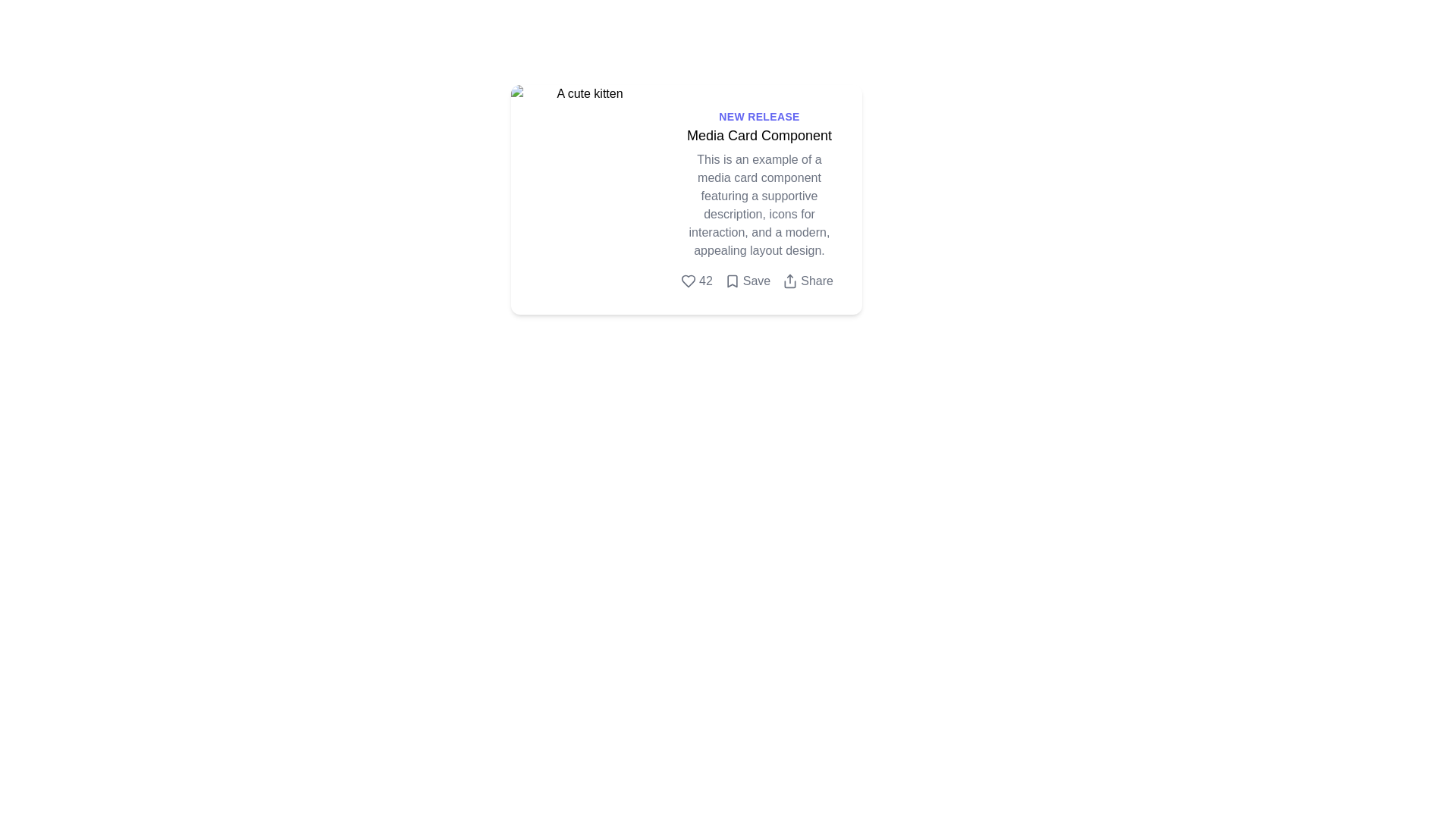 The width and height of the screenshot is (1456, 819). Describe the element at coordinates (757, 281) in the screenshot. I see `text label displaying 'Save' in gray font, which is part of a button-like UI component located to the right of a bookmark icon` at that location.